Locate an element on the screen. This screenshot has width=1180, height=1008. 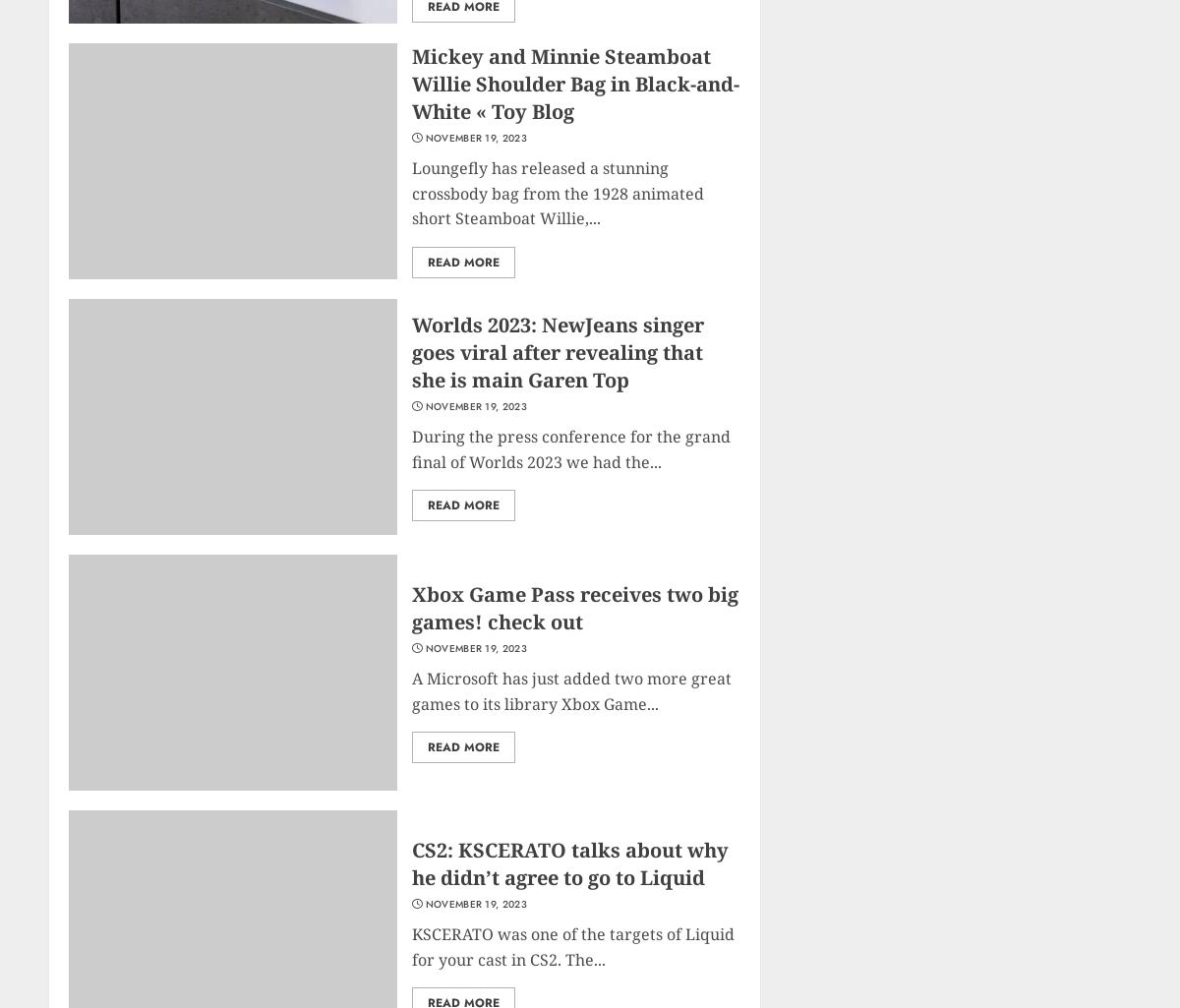
'Xbox Game Pass receives two big games!  check out' is located at coordinates (412, 607).